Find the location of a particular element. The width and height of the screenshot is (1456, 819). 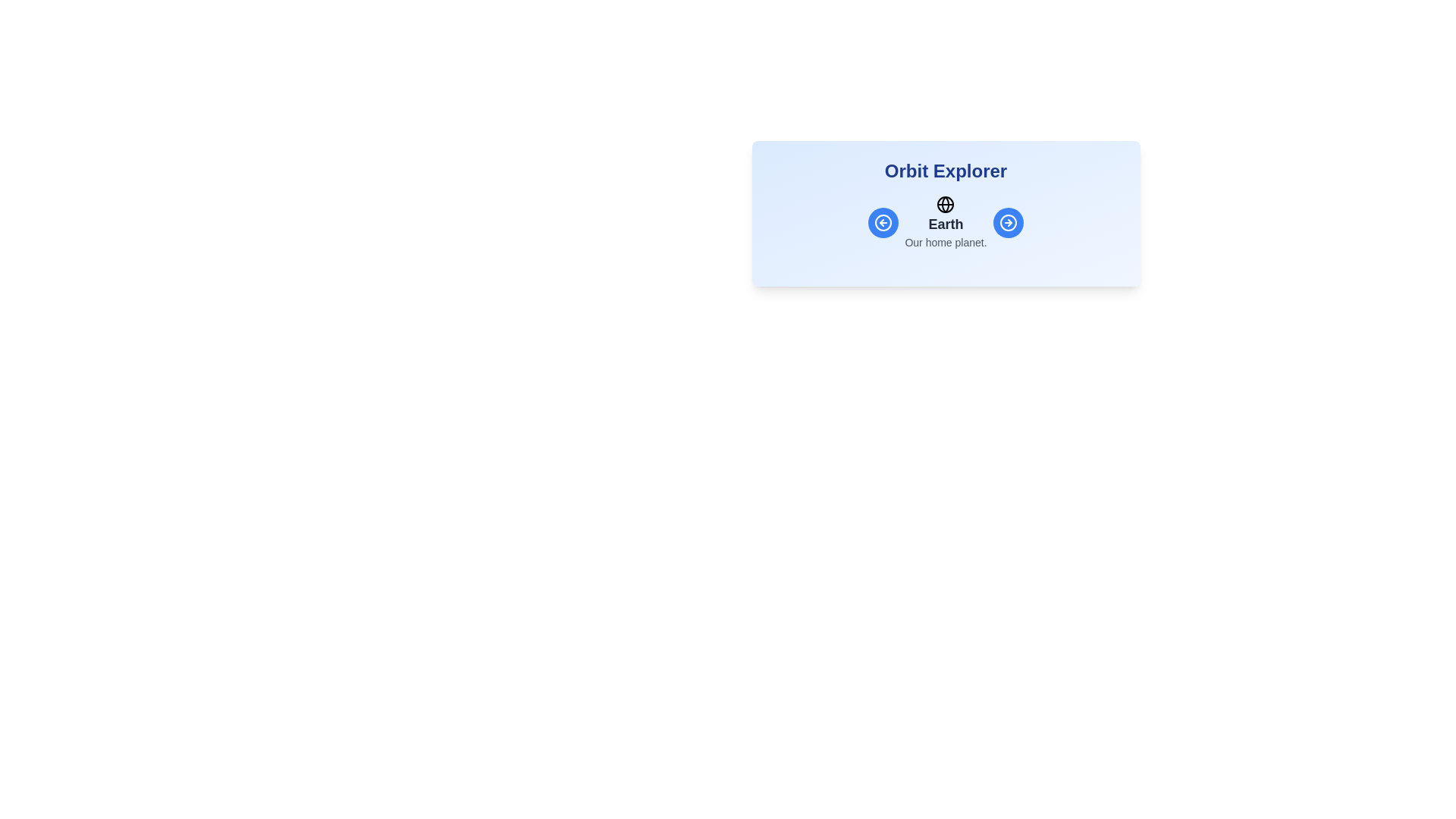

the Visual Descriptor with Icon and Text that features a globe icon and the label 'Earth' in bold text, positioned below the header 'Orbit Explorer' is located at coordinates (945, 222).